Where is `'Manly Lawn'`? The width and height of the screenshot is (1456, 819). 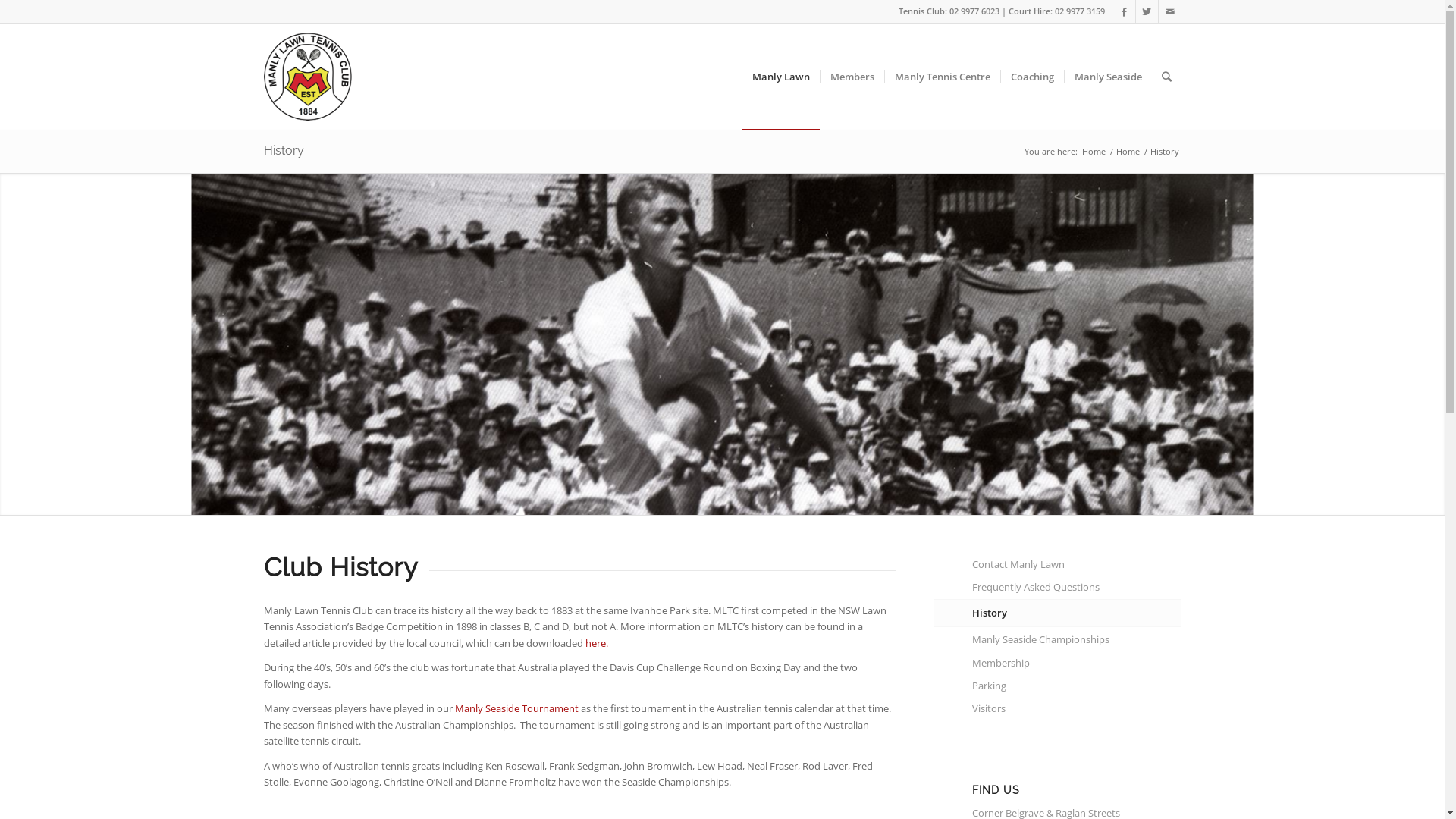 'Manly Lawn' is located at coordinates (780, 76).